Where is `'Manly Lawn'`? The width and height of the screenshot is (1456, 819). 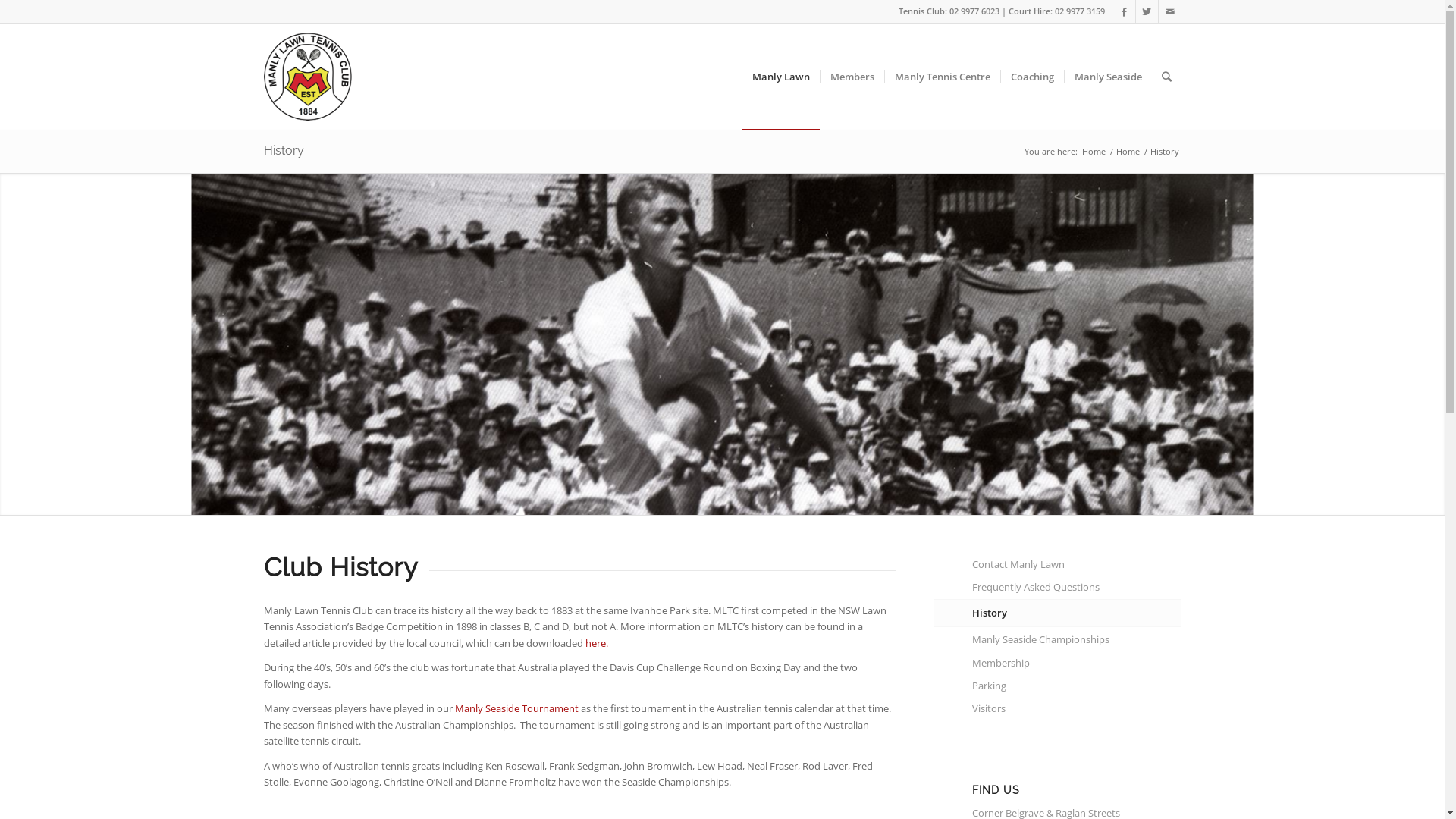 'Manly Lawn' is located at coordinates (780, 76).